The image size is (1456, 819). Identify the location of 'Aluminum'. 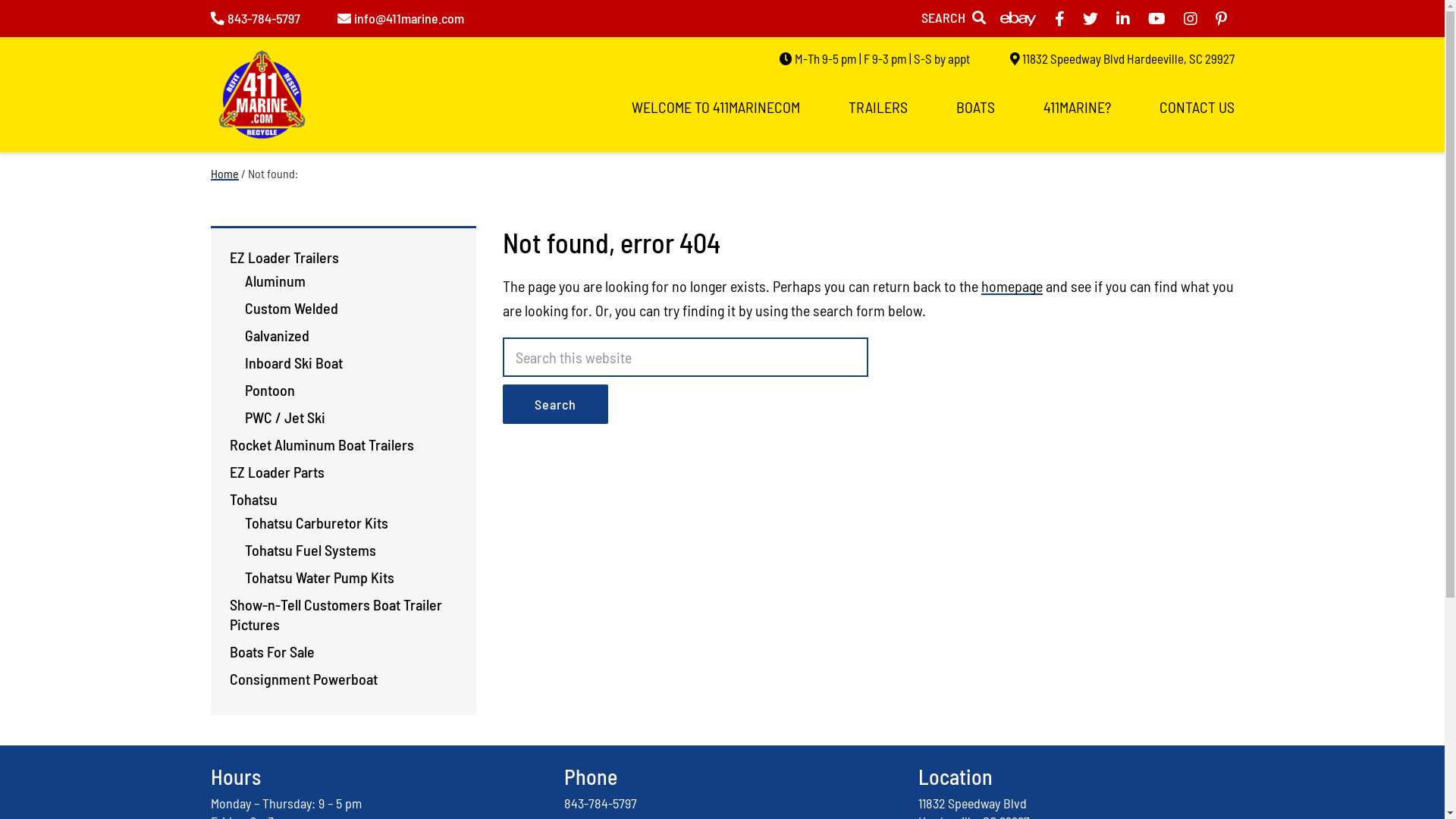
(274, 281).